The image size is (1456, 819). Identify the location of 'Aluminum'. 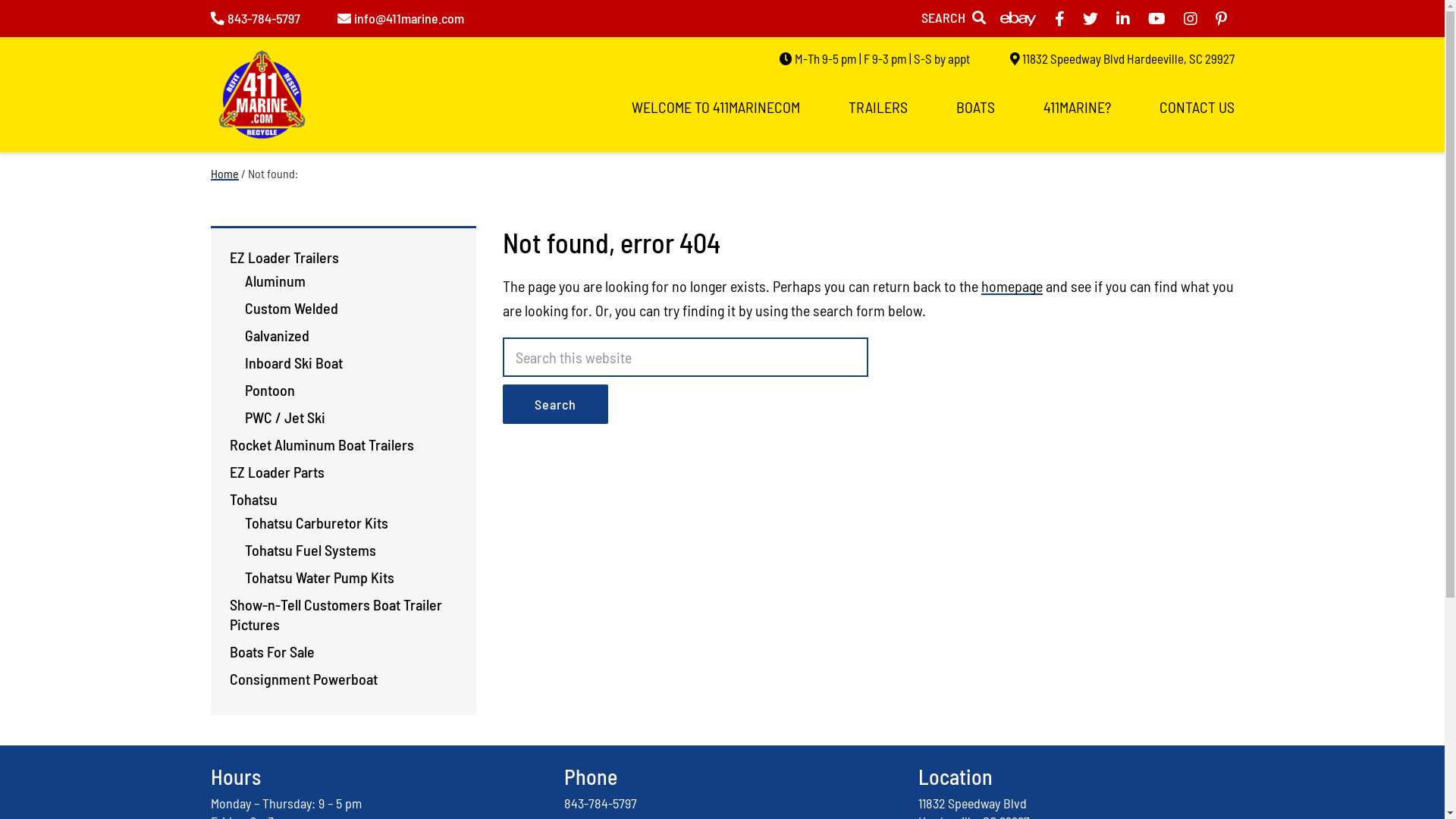
(274, 281).